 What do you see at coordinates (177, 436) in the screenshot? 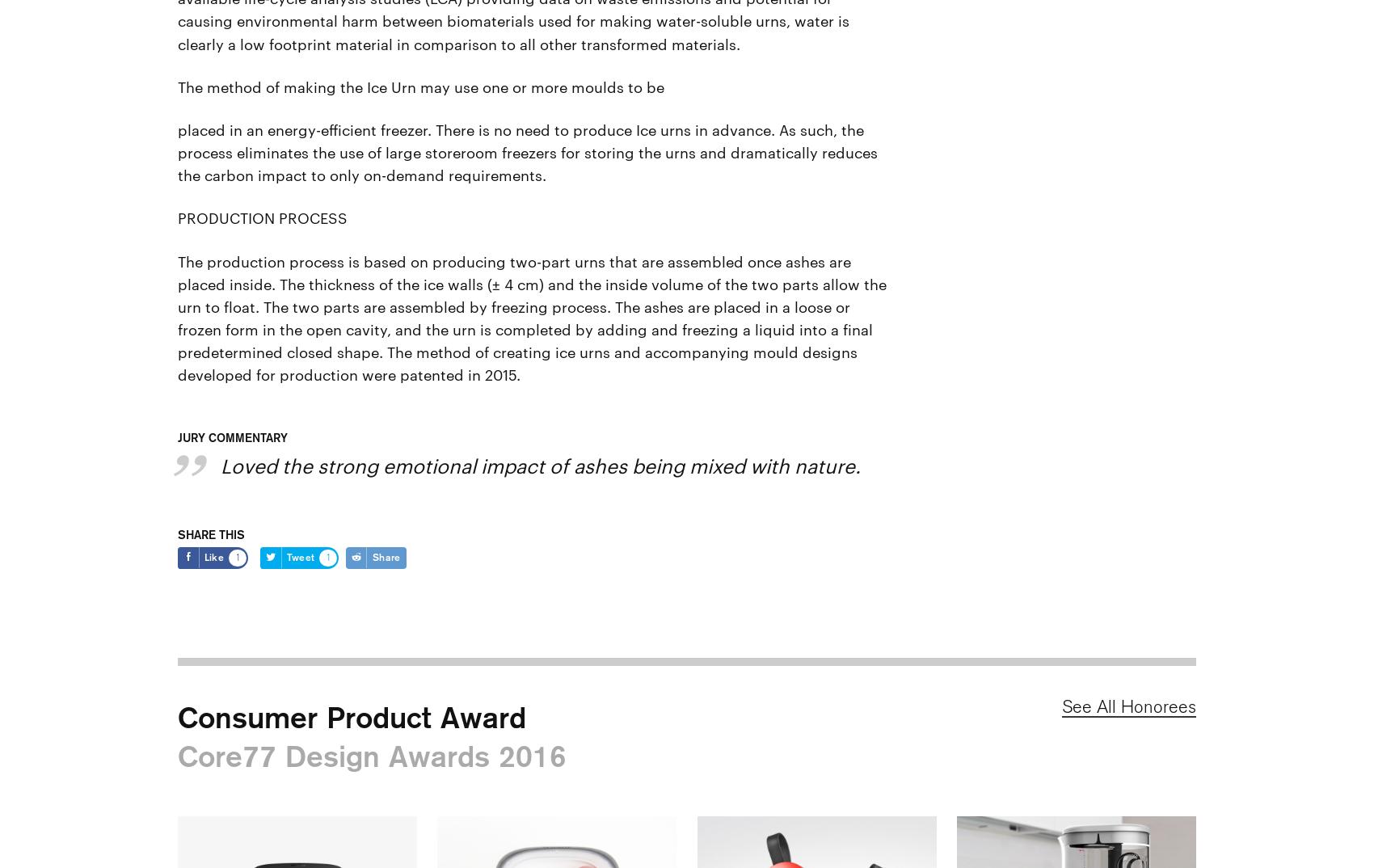
I see `'Jury Commentary'` at bounding box center [177, 436].